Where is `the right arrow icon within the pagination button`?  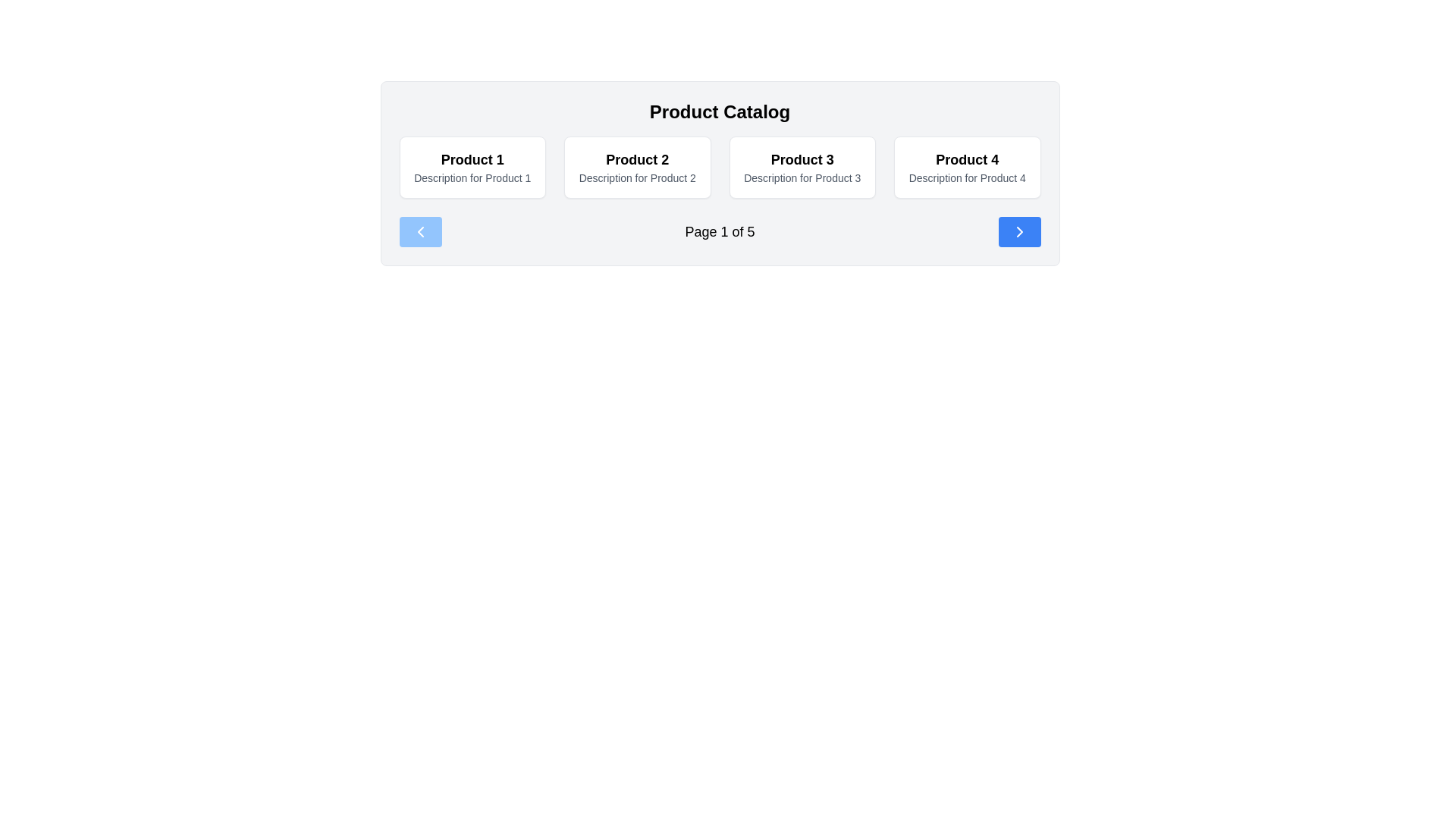 the right arrow icon within the pagination button is located at coordinates (1019, 231).